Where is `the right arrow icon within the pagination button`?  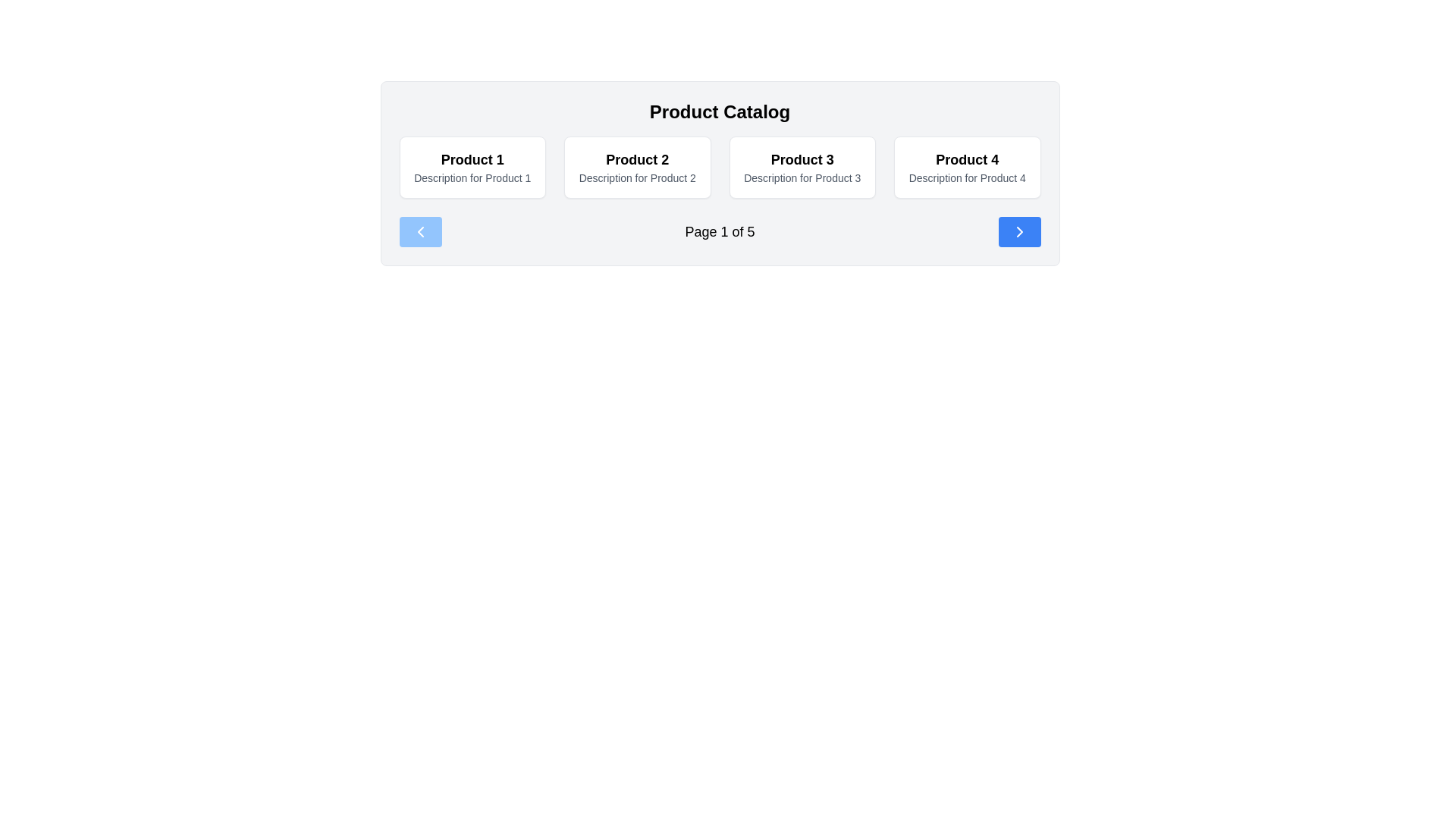 the right arrow icon within the pagination button is located at coordinates (1019, 231).